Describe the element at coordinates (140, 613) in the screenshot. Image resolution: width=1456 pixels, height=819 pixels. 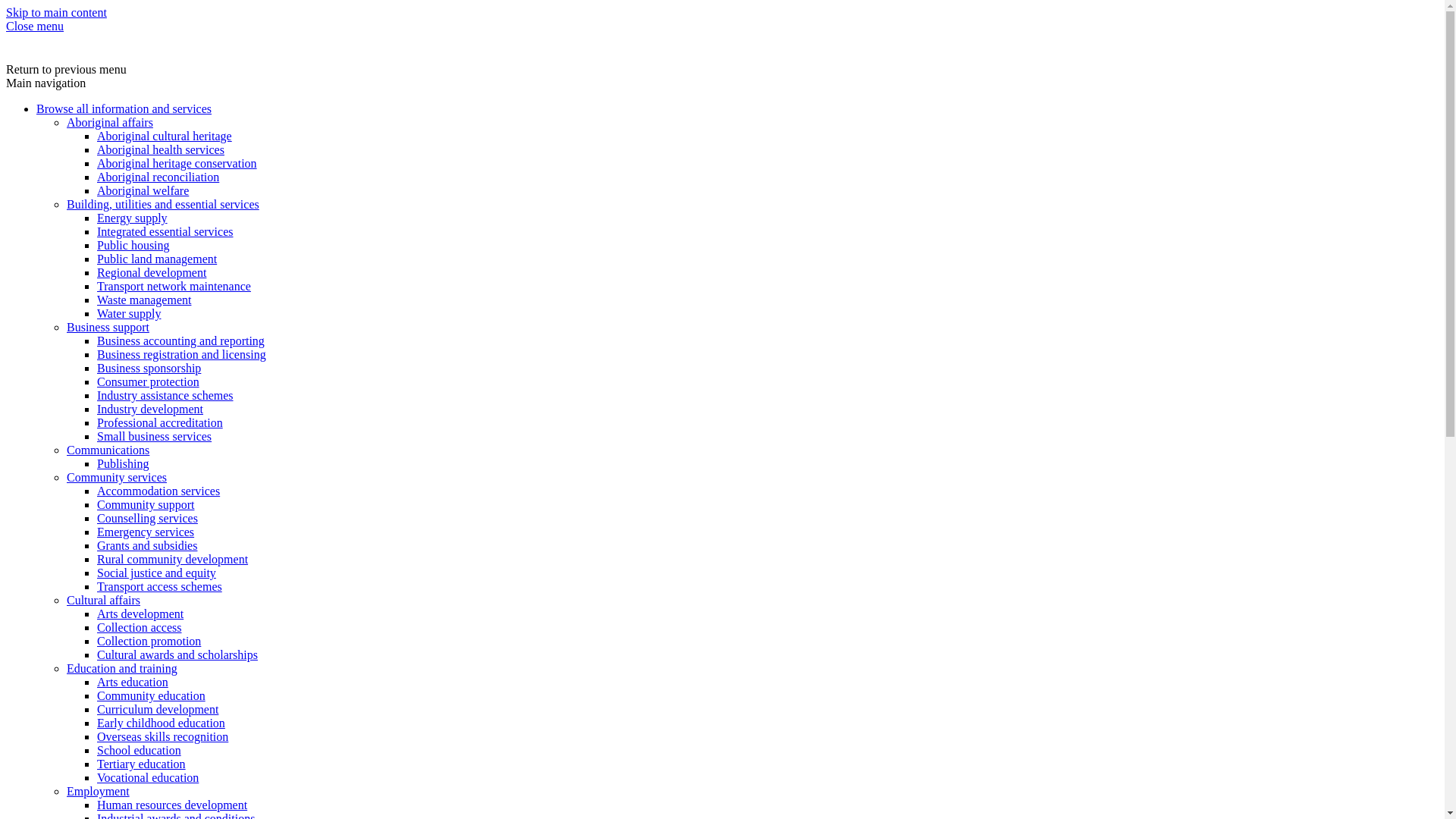
I see `'Arts development'` at that location.